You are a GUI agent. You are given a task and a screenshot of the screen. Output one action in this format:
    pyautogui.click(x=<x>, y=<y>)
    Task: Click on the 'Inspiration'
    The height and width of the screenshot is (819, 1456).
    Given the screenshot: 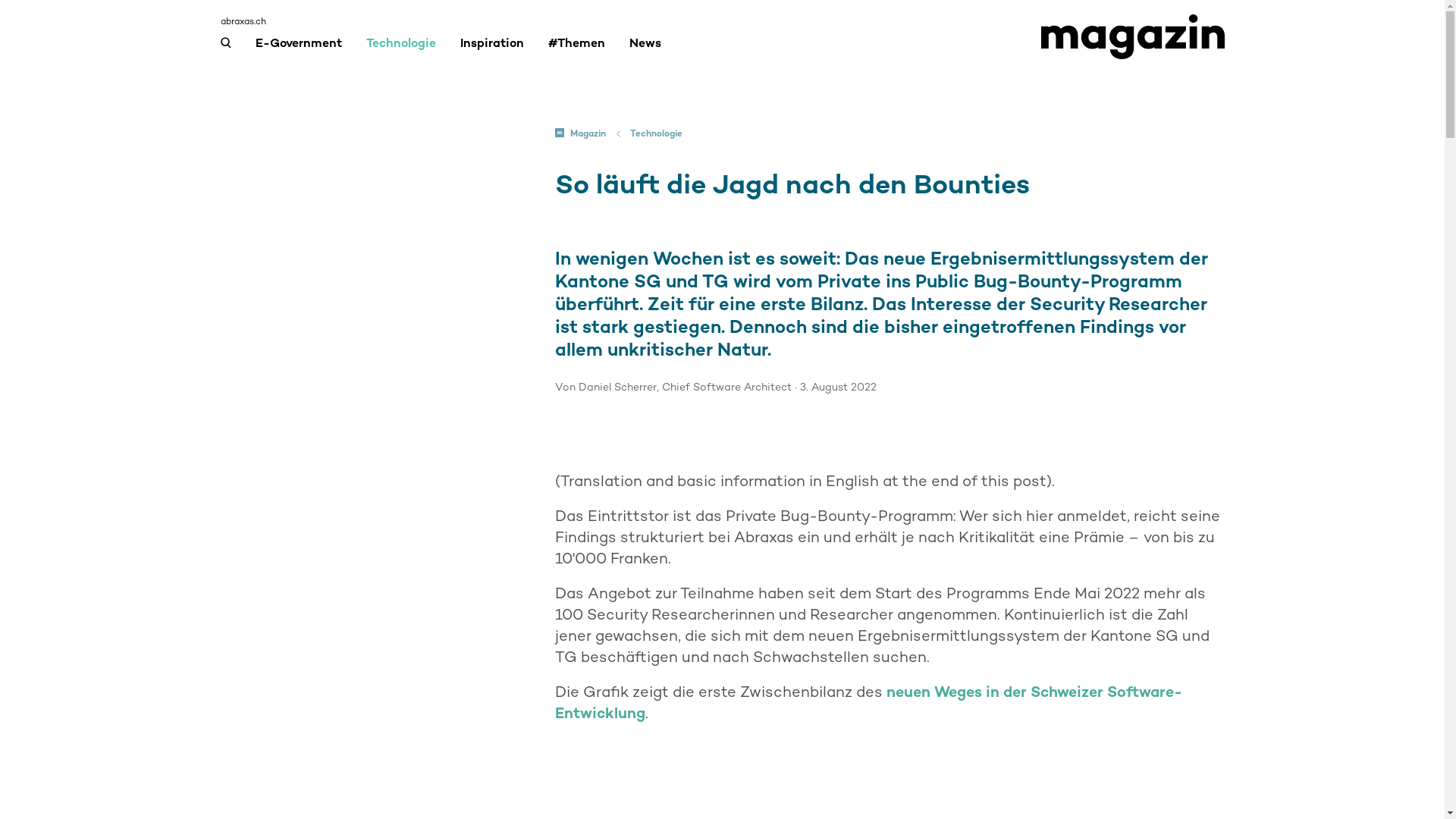 What is the action you would take?
    pyautogui.click(x=458, y=49)
    